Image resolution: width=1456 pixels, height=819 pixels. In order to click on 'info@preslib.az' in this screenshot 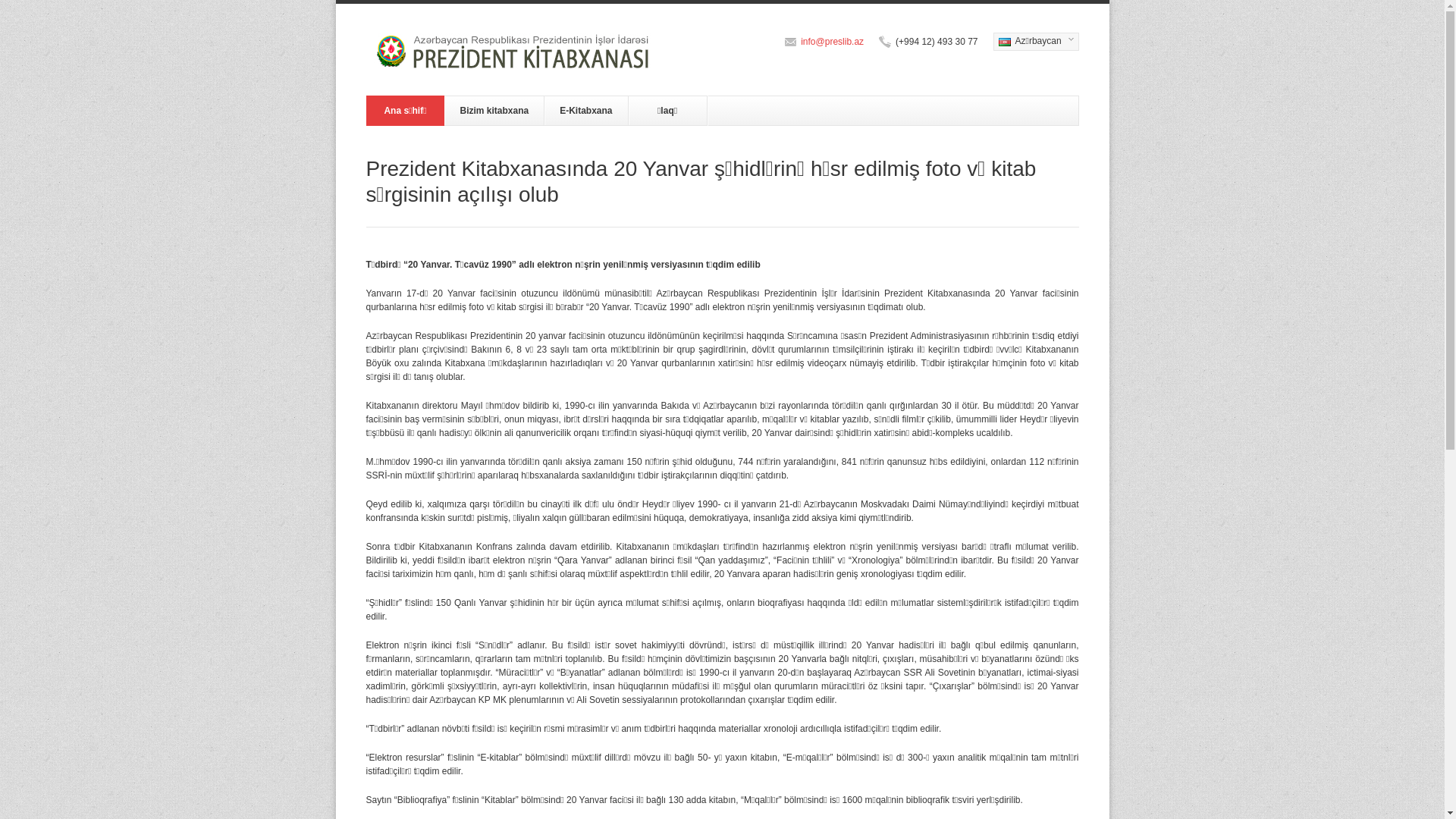, I will do `click(800, 40)`.